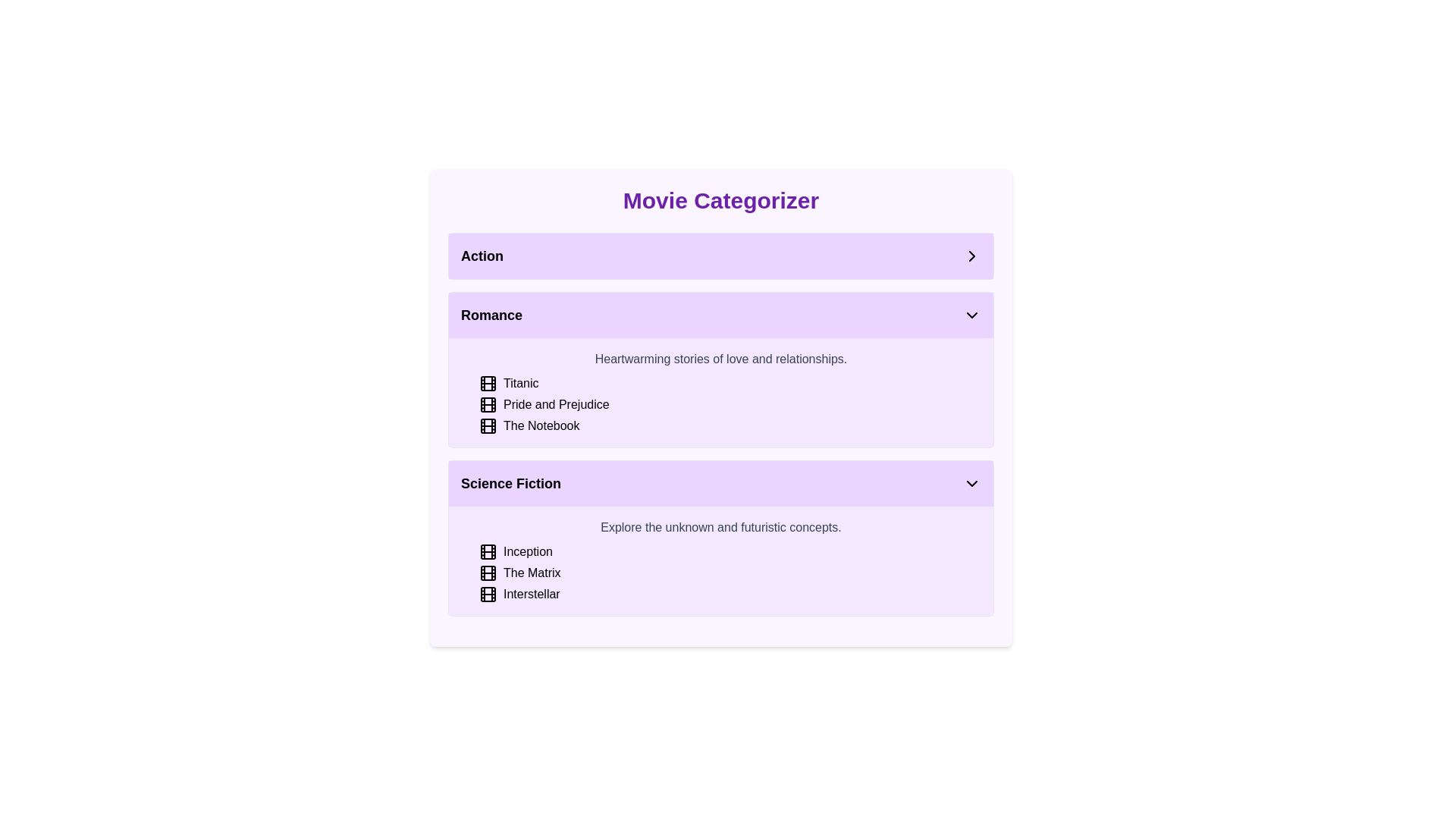  I want to click on the toggle icon located in the upper-right corner of the 'Romance' section header, so click(971, 315).